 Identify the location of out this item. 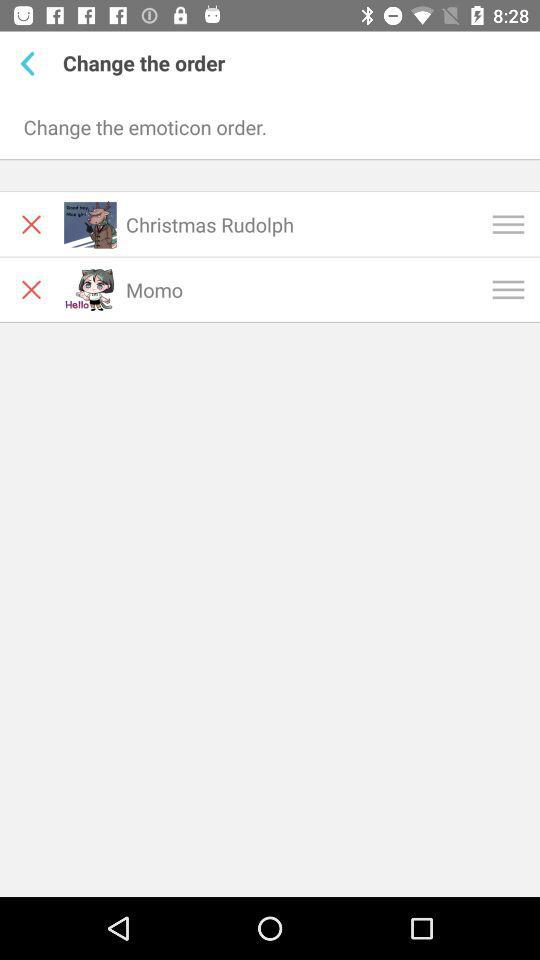
(30, 288).